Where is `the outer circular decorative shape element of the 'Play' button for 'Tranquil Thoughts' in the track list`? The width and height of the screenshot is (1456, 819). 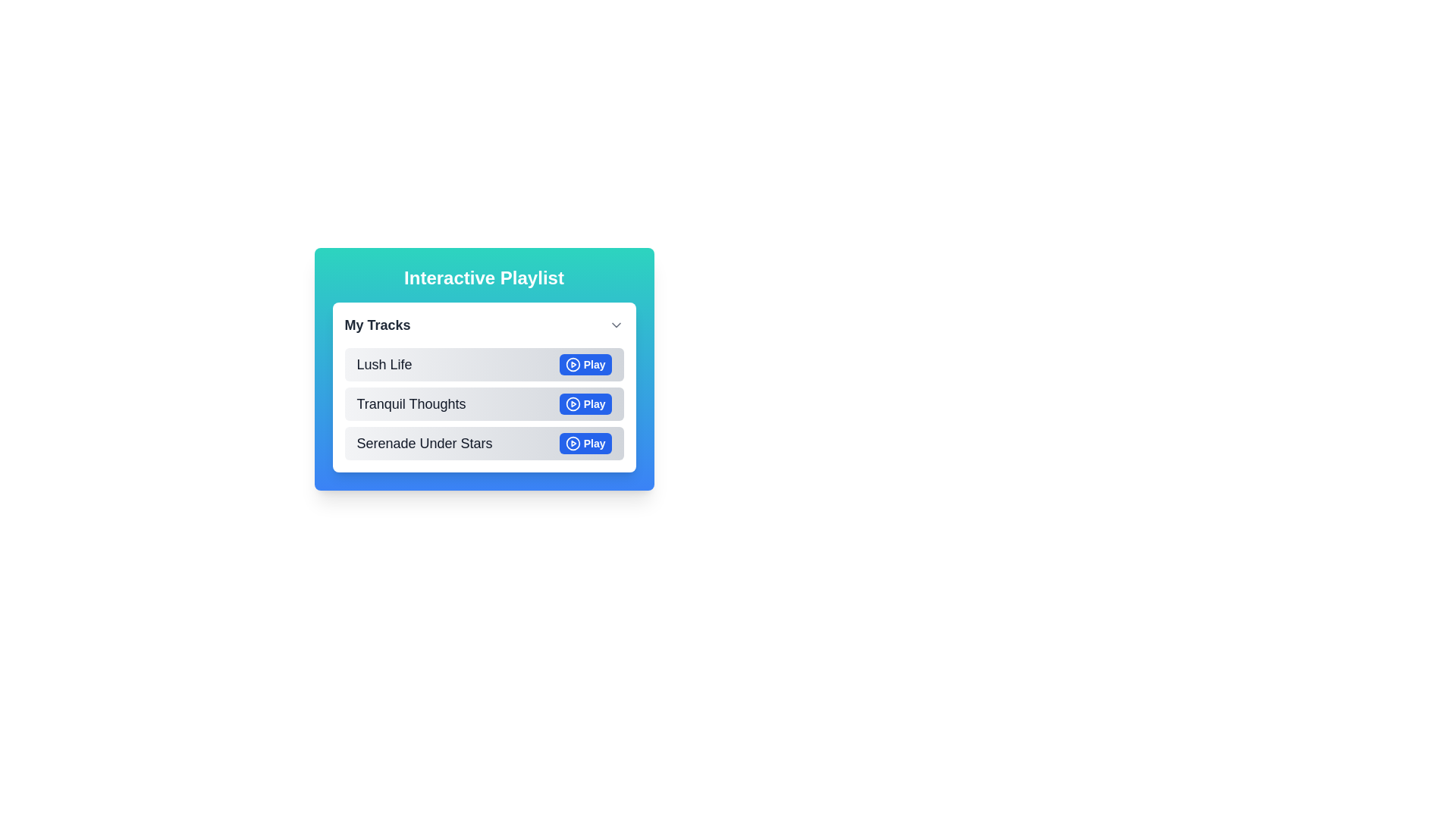 the outer circular decorative shape element of the 'Play' button for 'Tranquil Thoughts' in the track list is located at coordinates (572, 403).